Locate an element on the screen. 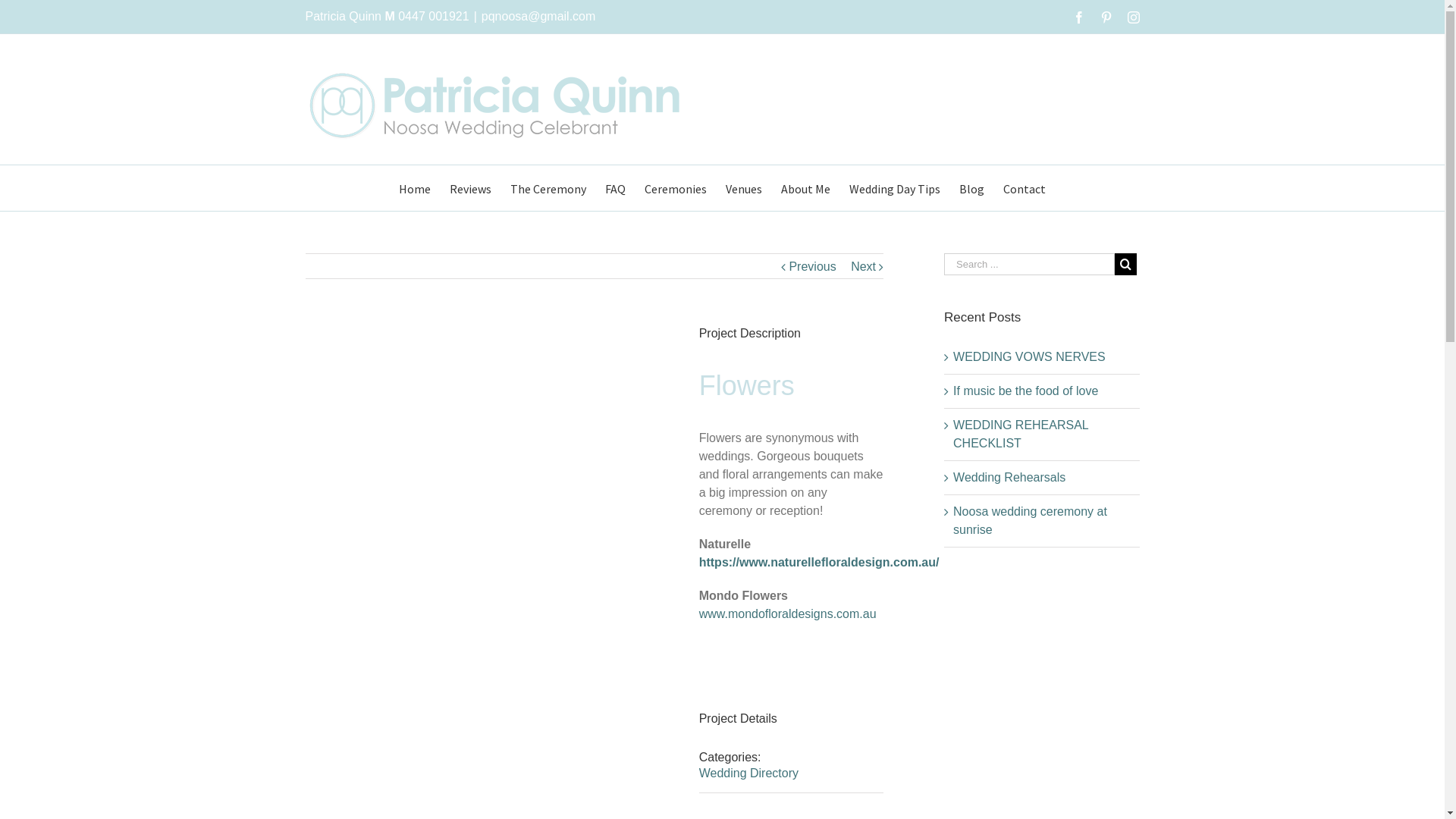 This screenshot has height=819, width=1456. 'About Me' is located at coordinates (805, 187).